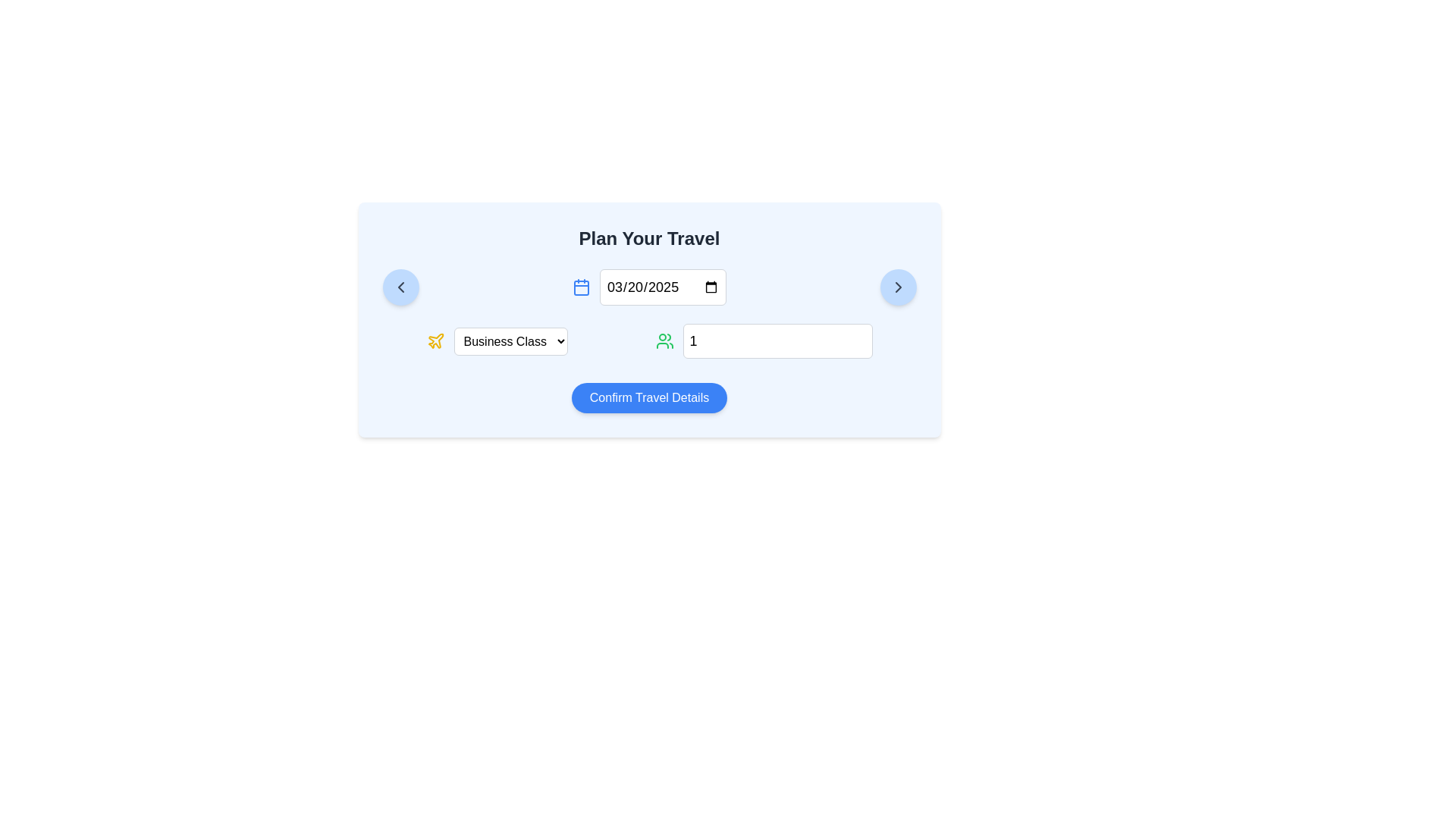 The height and width of the screenshot is (819, 1456). Describe the element at coordinates (649, 287) in the screenshot. I see `the date input field displaying the default date '03/20/2025'` at that location.